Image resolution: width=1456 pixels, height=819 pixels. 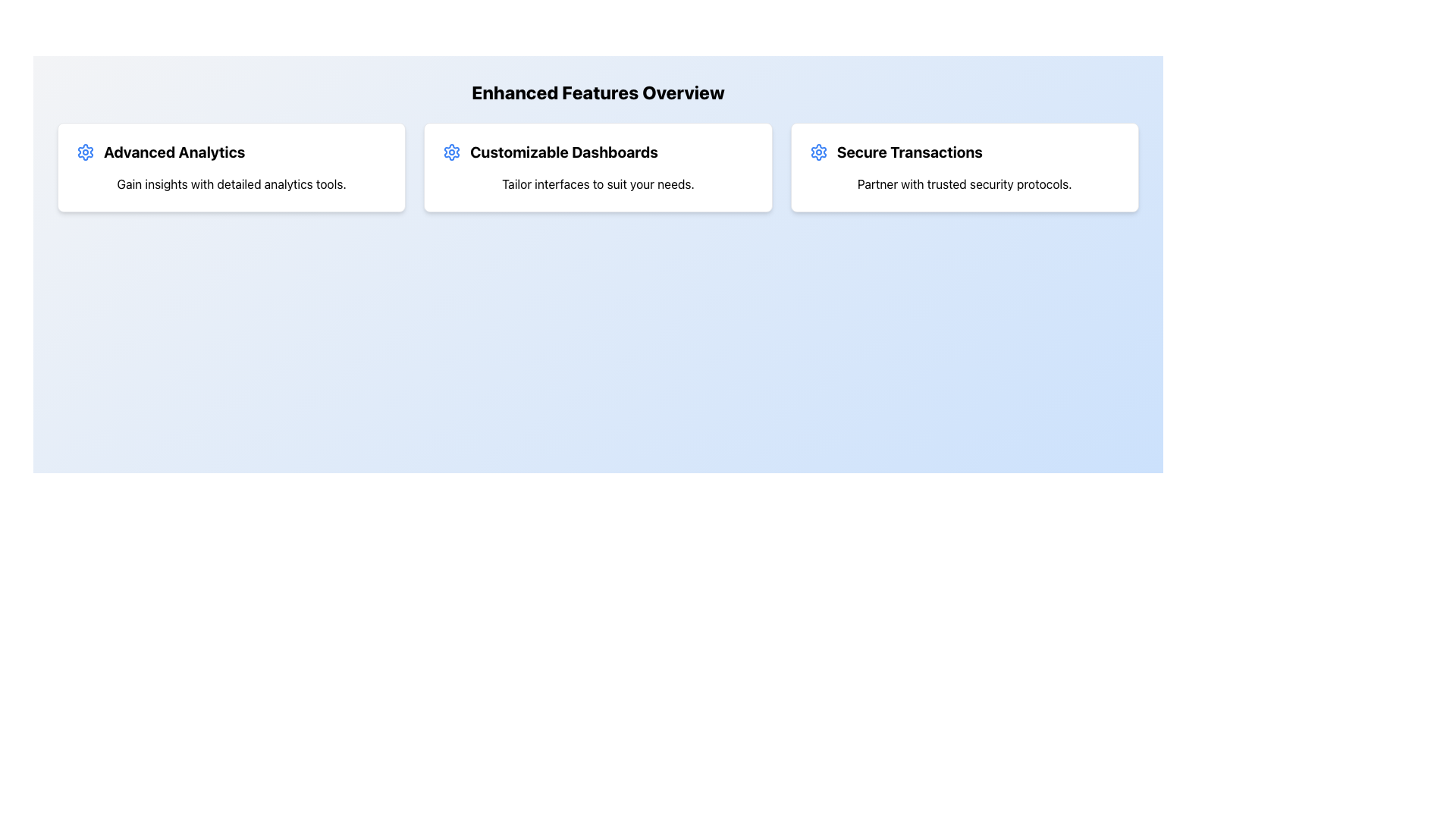 What do you see at coordinates (909, 152) in the screenshot?
I see `the bold text label reading 'Secure Transactions' located in the top center-right of the interface` at bounding box center [909, 152].